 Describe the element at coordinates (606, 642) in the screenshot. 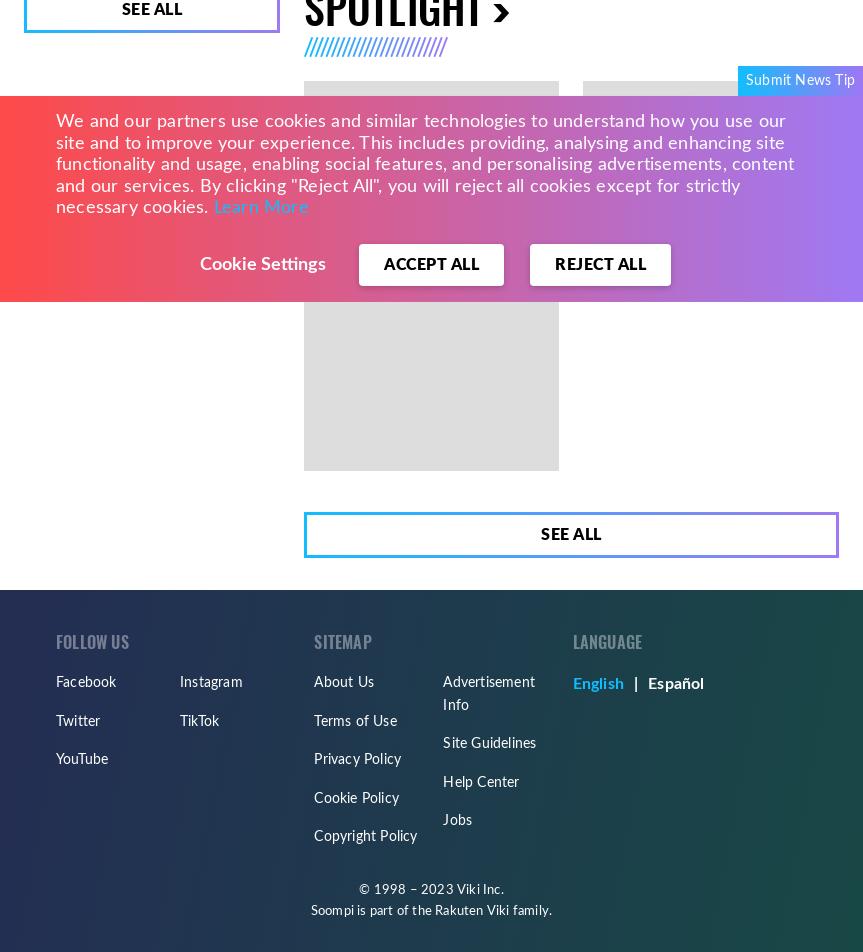

I see `'Language'` at that location.